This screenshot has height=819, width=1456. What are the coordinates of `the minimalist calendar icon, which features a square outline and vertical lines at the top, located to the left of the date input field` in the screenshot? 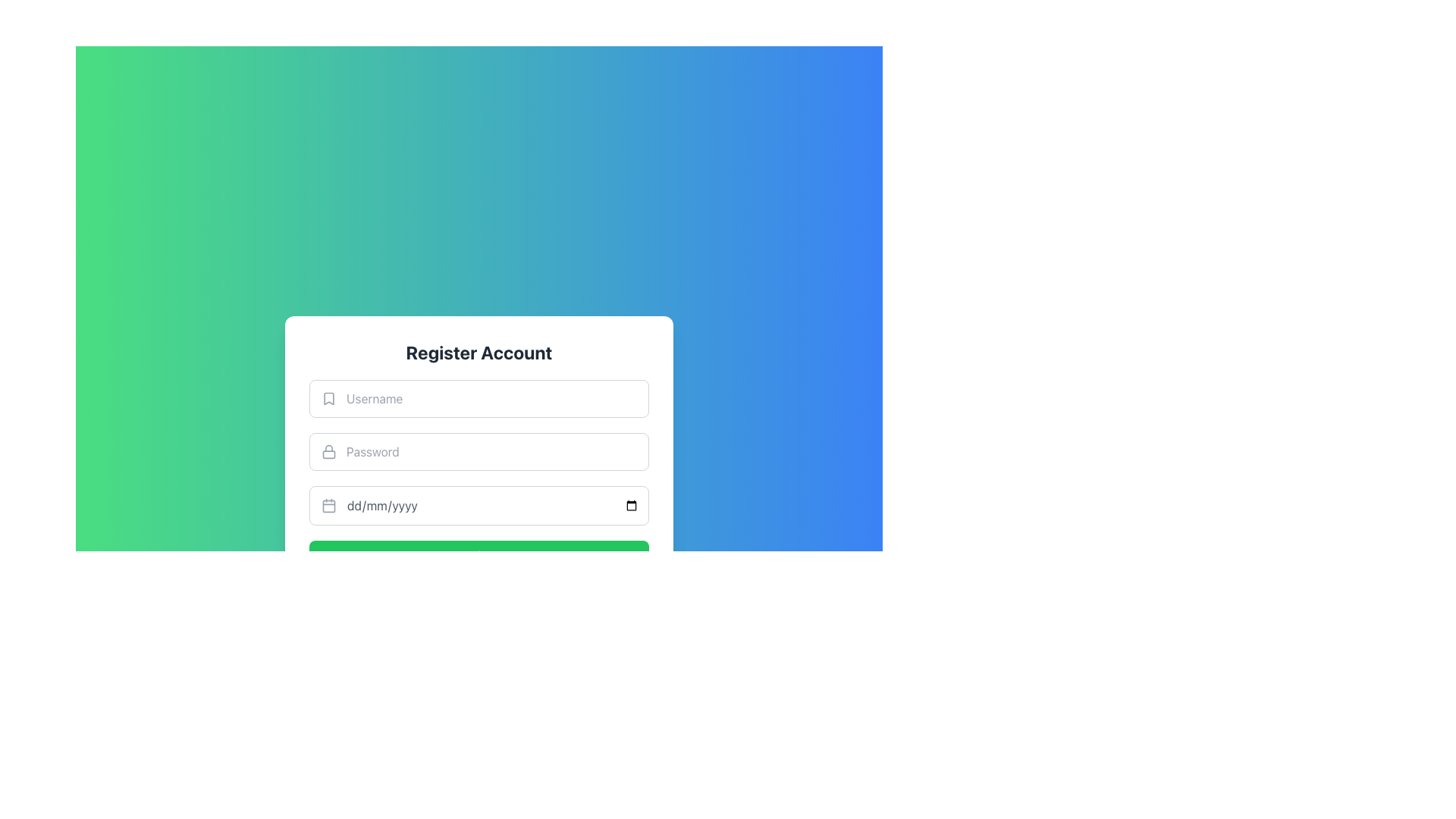 It's located at (328, 506).